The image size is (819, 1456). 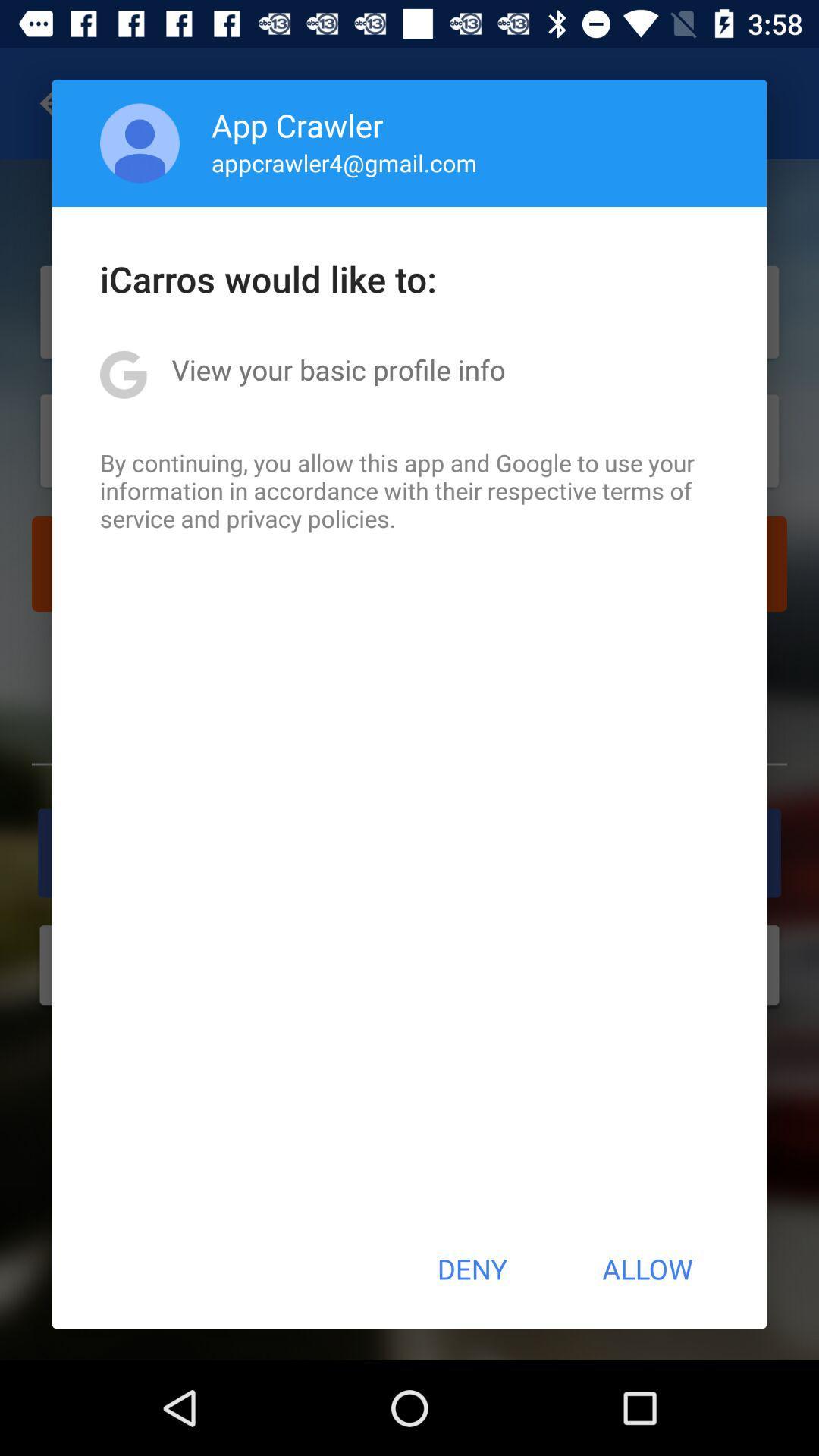 What do you see at coordinates (471, 1269) in the screenshot?
I see `the icon next to allow button` at bounding box center [471, 1269].